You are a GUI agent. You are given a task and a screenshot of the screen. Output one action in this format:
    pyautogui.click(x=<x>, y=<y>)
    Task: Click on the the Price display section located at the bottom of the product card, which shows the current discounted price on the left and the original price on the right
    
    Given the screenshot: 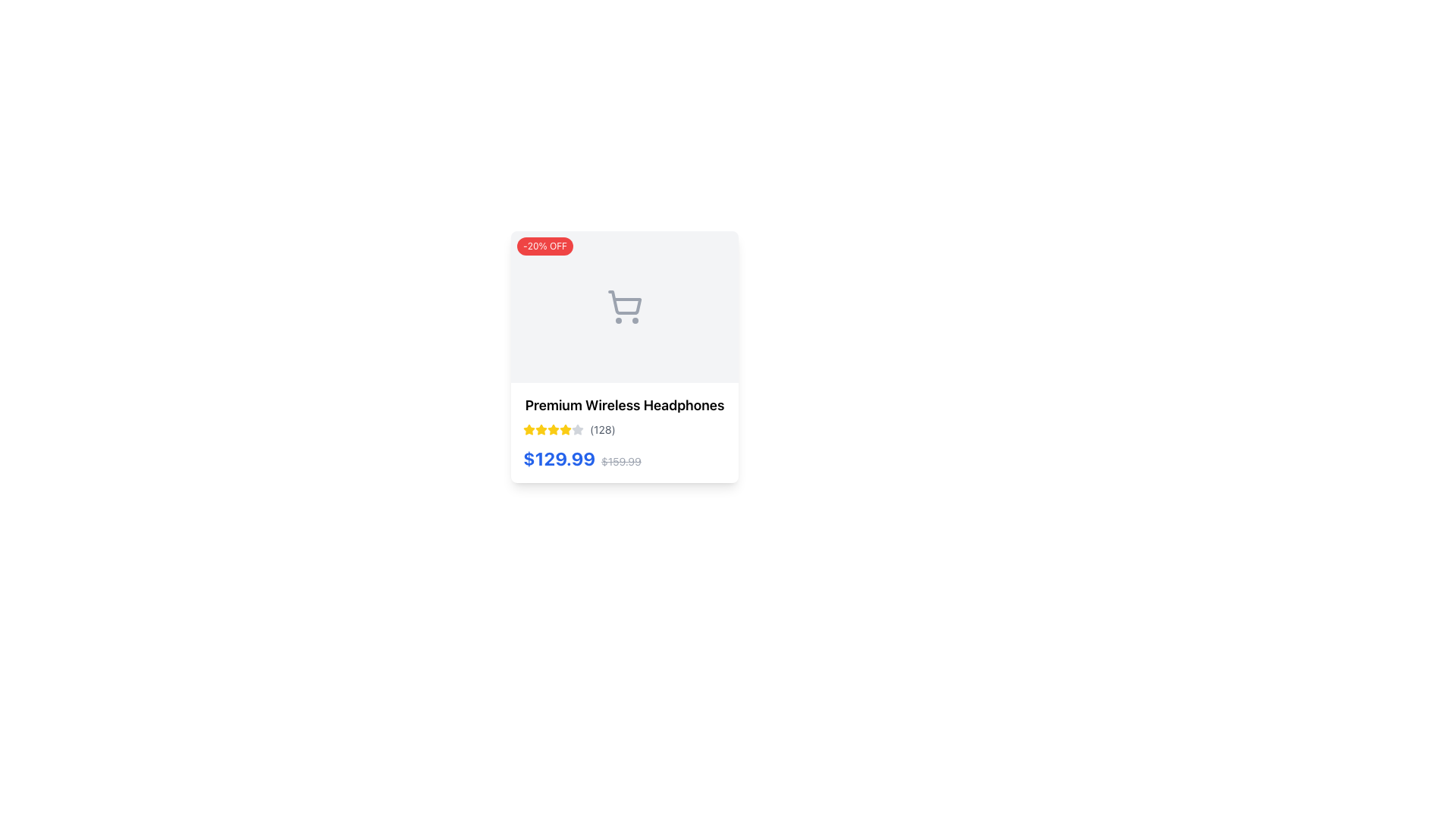 What is the action you would take?
    pyautogui.click(x=581, y=458)
    